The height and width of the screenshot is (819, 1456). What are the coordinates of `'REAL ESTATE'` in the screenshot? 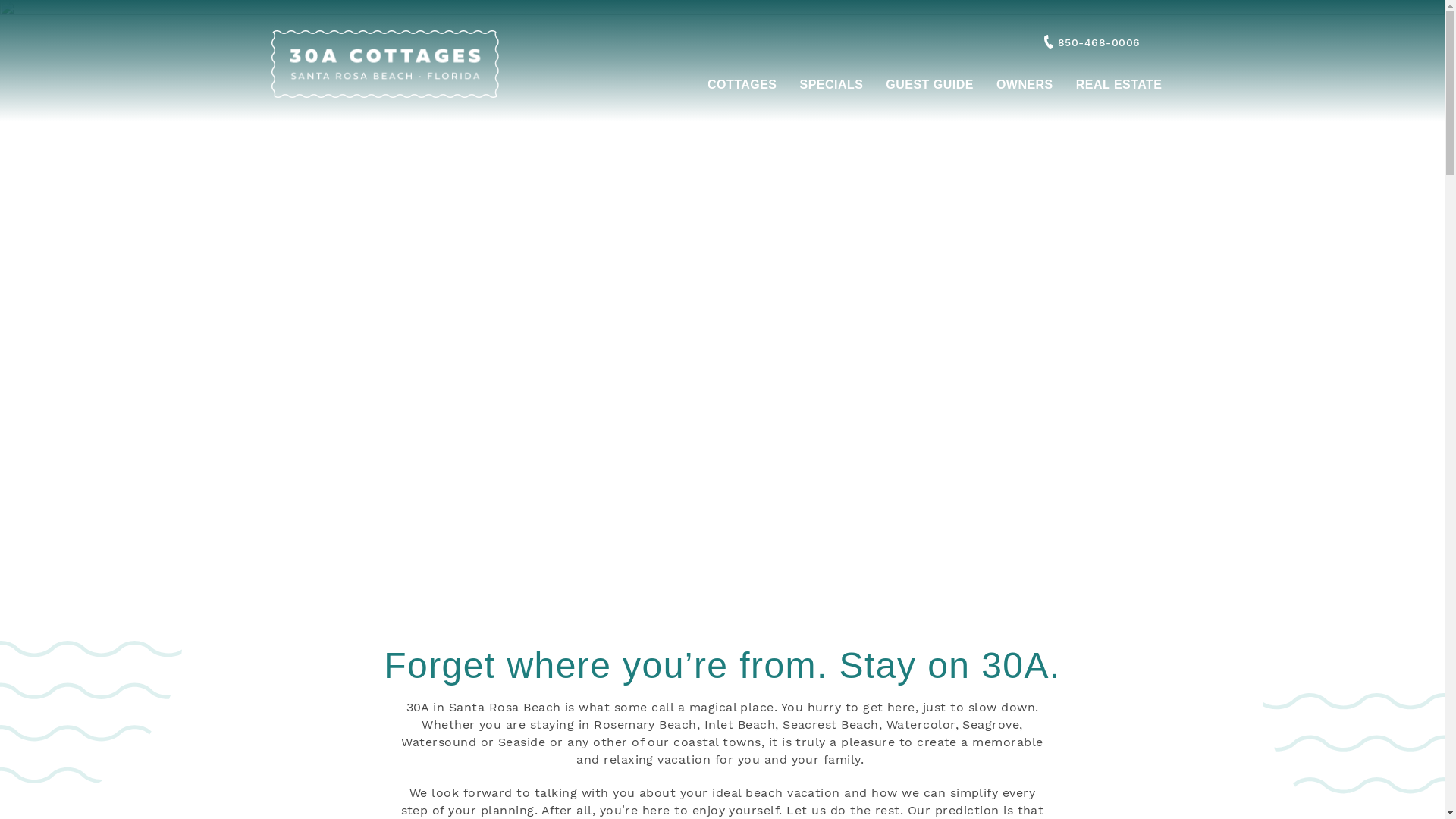 It's located at (1063, 86).